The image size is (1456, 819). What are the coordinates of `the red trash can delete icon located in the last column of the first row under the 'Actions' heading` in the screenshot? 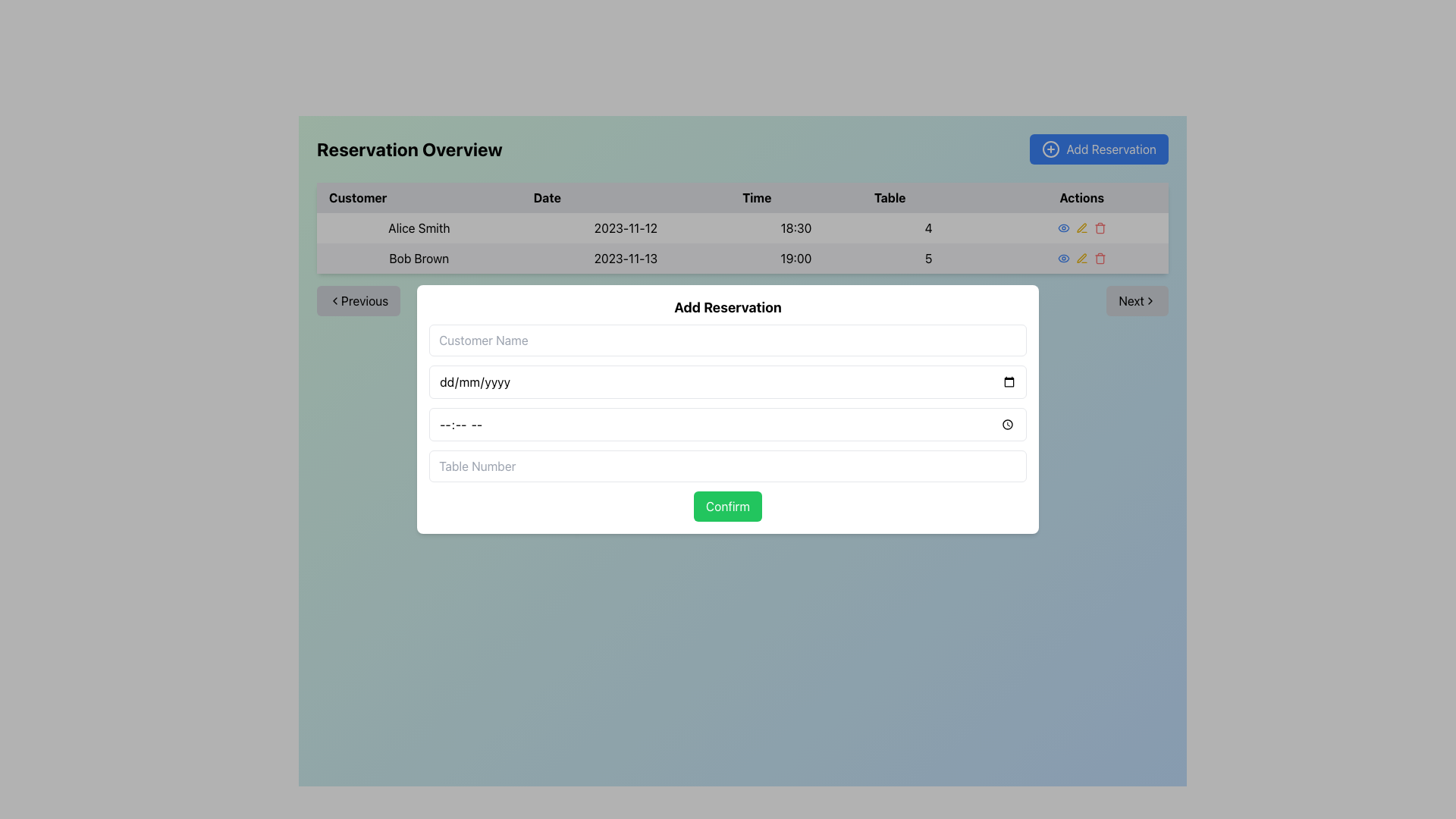 It's located at (1100, 227).